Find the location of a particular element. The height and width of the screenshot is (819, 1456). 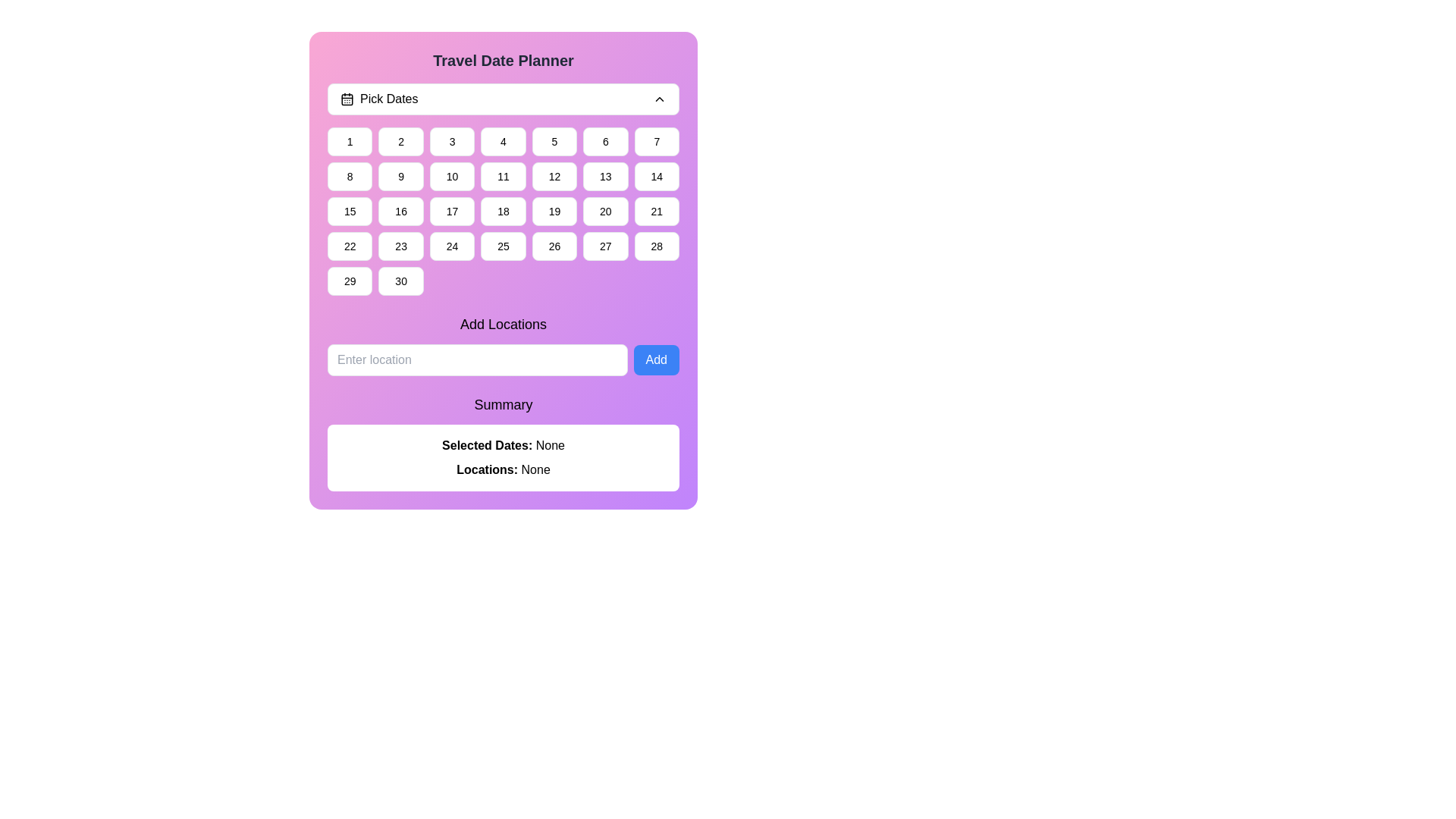

the square button labeled '25' located in the fifth row and fourth column of the button grid is located at coordinates (503, 245).